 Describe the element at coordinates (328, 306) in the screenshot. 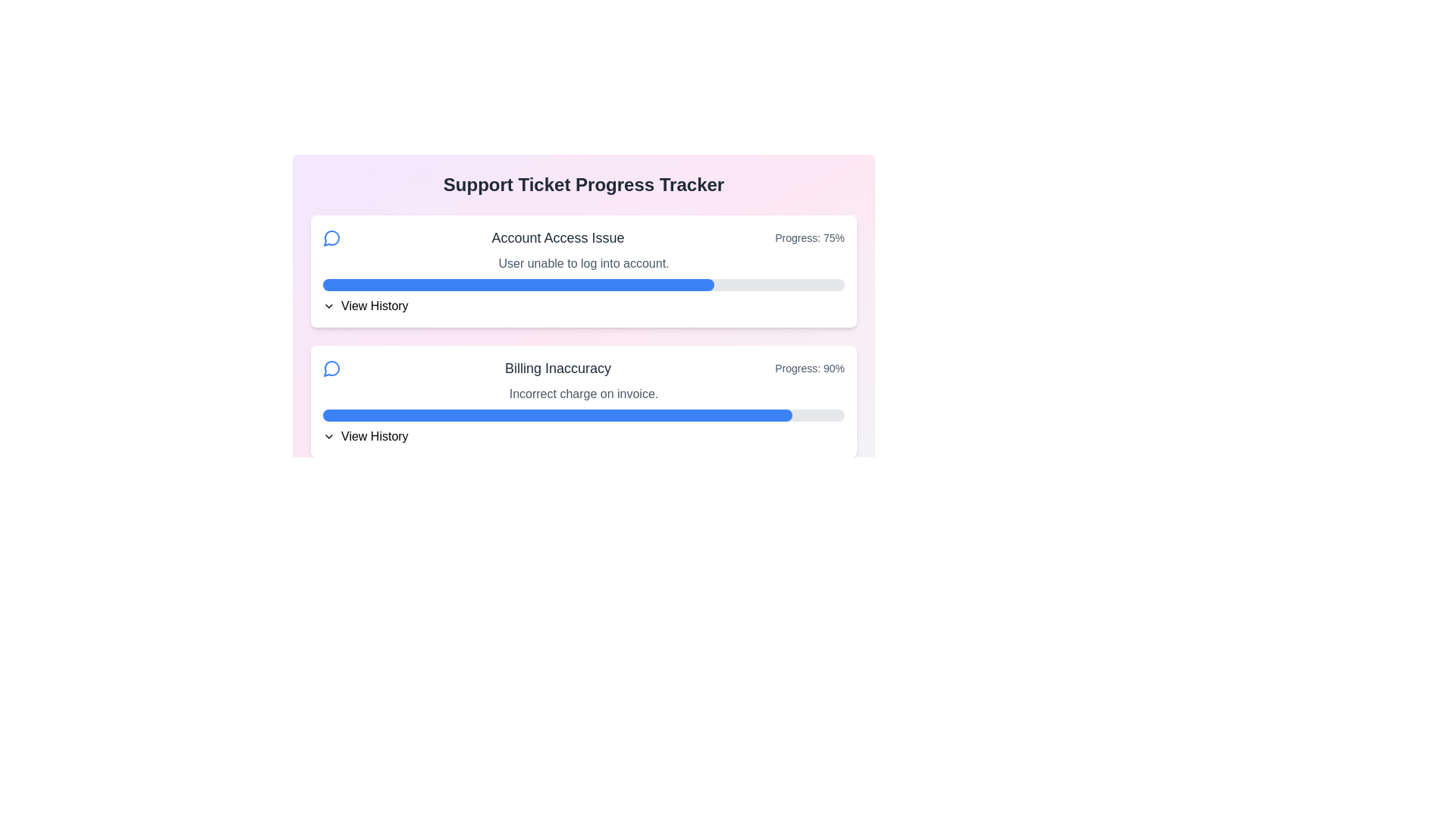

I see `the chevron icon located to the left of the 'View History' text to trigger a tooltip or style change` at that location.